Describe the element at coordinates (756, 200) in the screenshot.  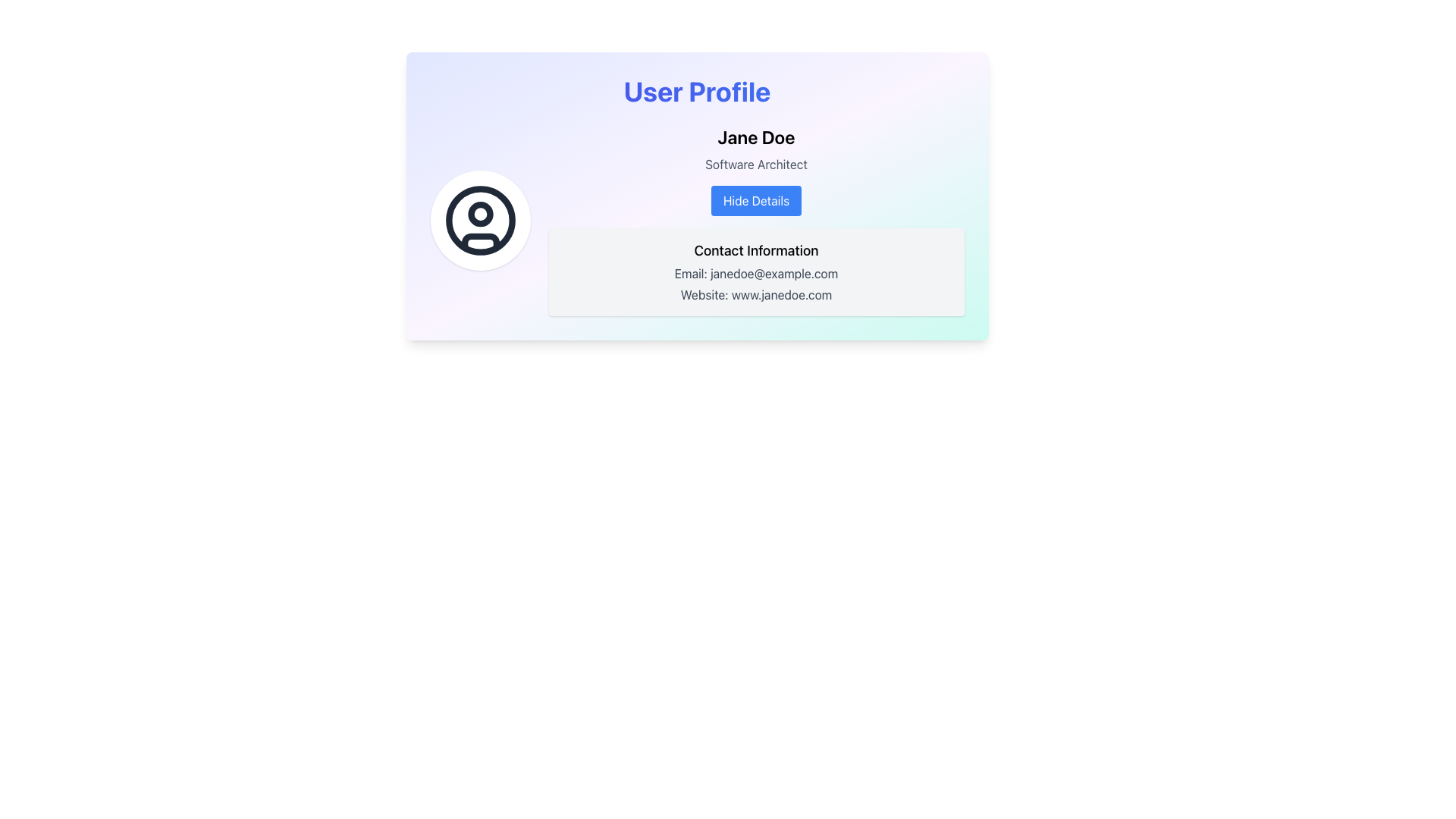
I see `the button located below the title 'Software Architect' to hide additional details such as contact information` at that location.